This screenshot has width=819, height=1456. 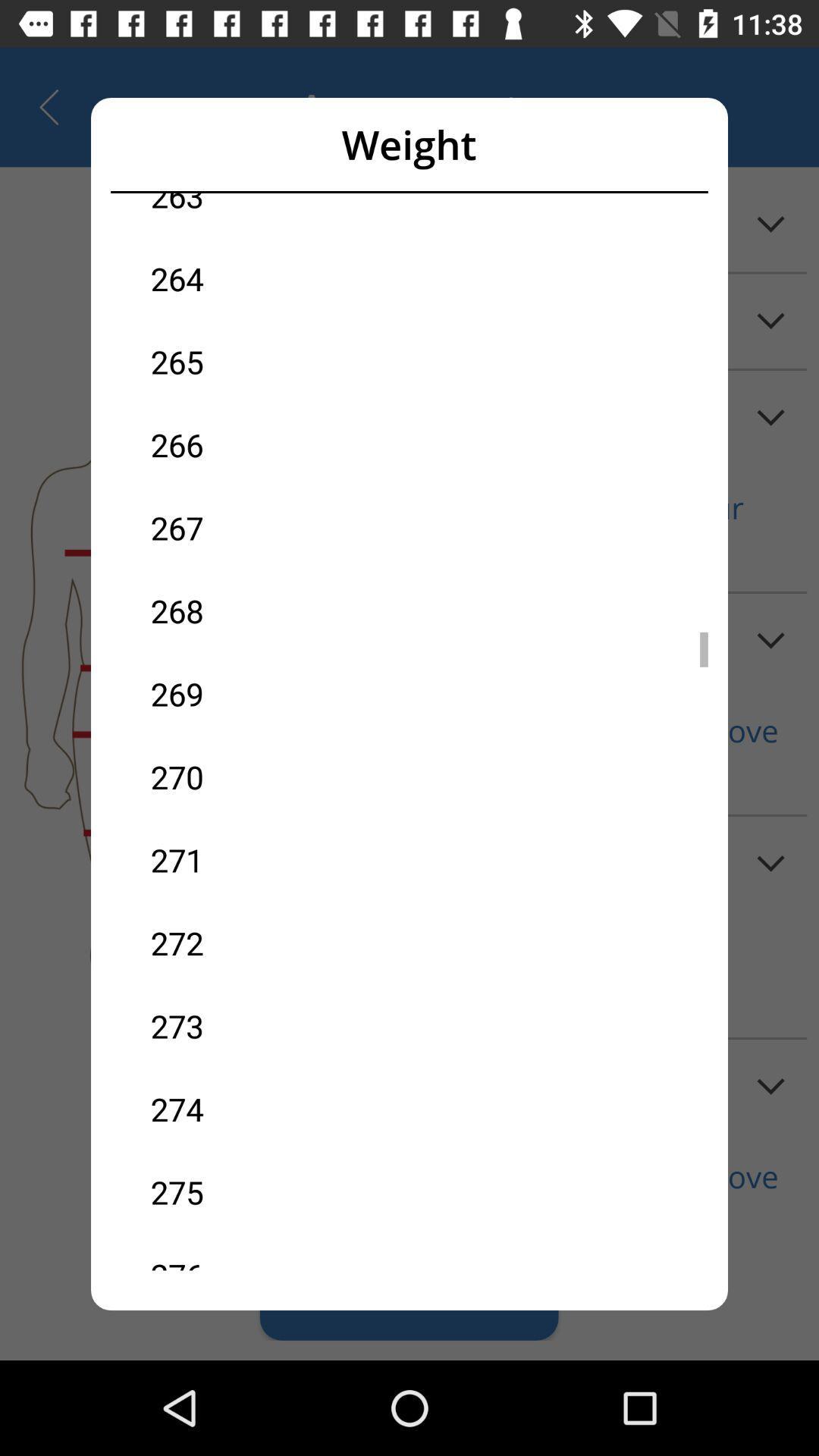 I want to click on the icon below 268 icon, so click(x=280, y=693).